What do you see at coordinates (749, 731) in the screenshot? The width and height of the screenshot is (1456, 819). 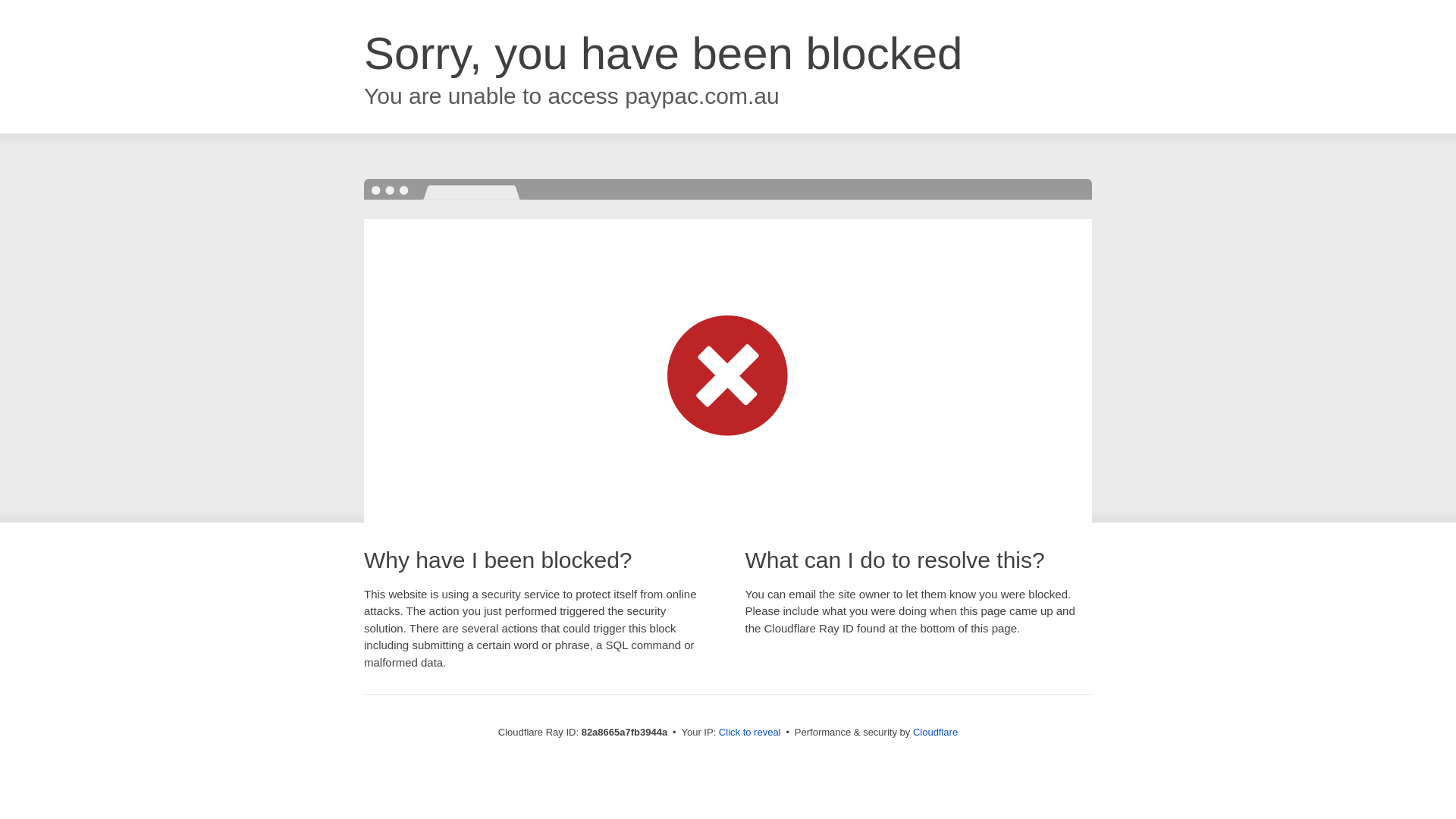 I see `'Click to reveal'` at bounding box center [749, 731].